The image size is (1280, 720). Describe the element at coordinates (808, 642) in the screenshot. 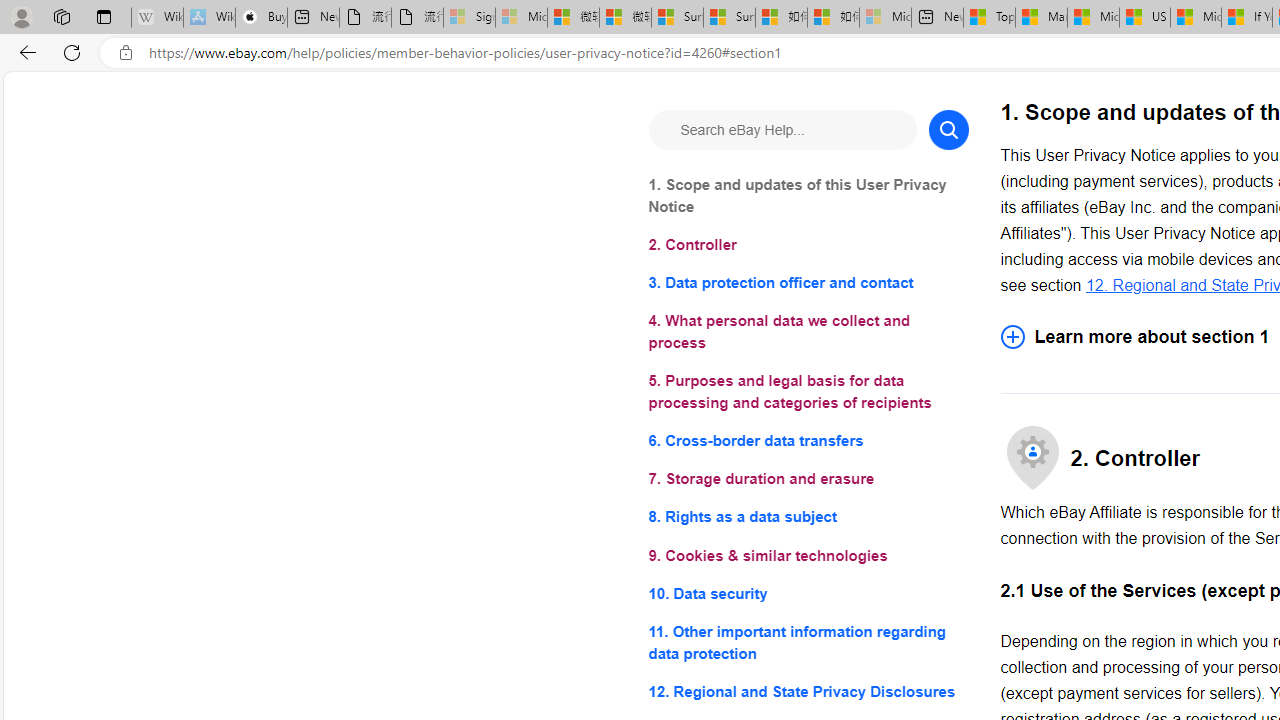

I see `'11. Other important information regarding data protection'` at that location.